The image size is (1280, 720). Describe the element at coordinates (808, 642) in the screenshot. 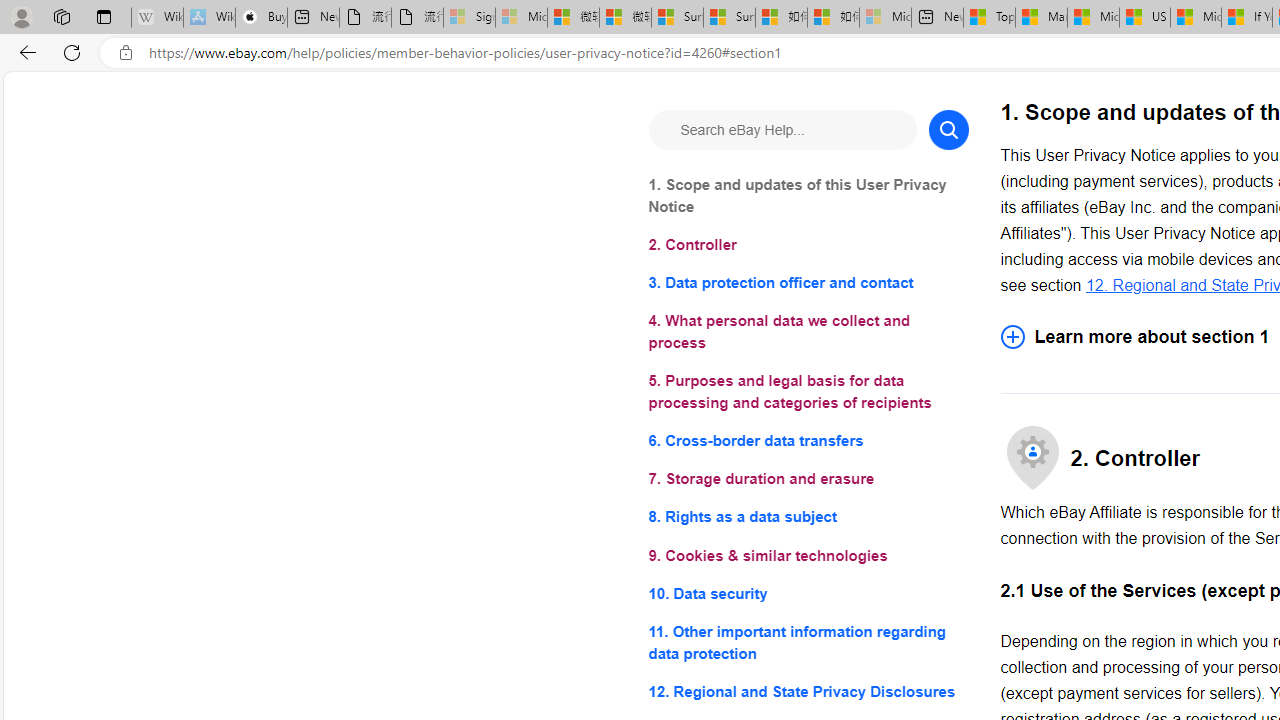

I see `'11. Other important information regarding data protection'` at that location.